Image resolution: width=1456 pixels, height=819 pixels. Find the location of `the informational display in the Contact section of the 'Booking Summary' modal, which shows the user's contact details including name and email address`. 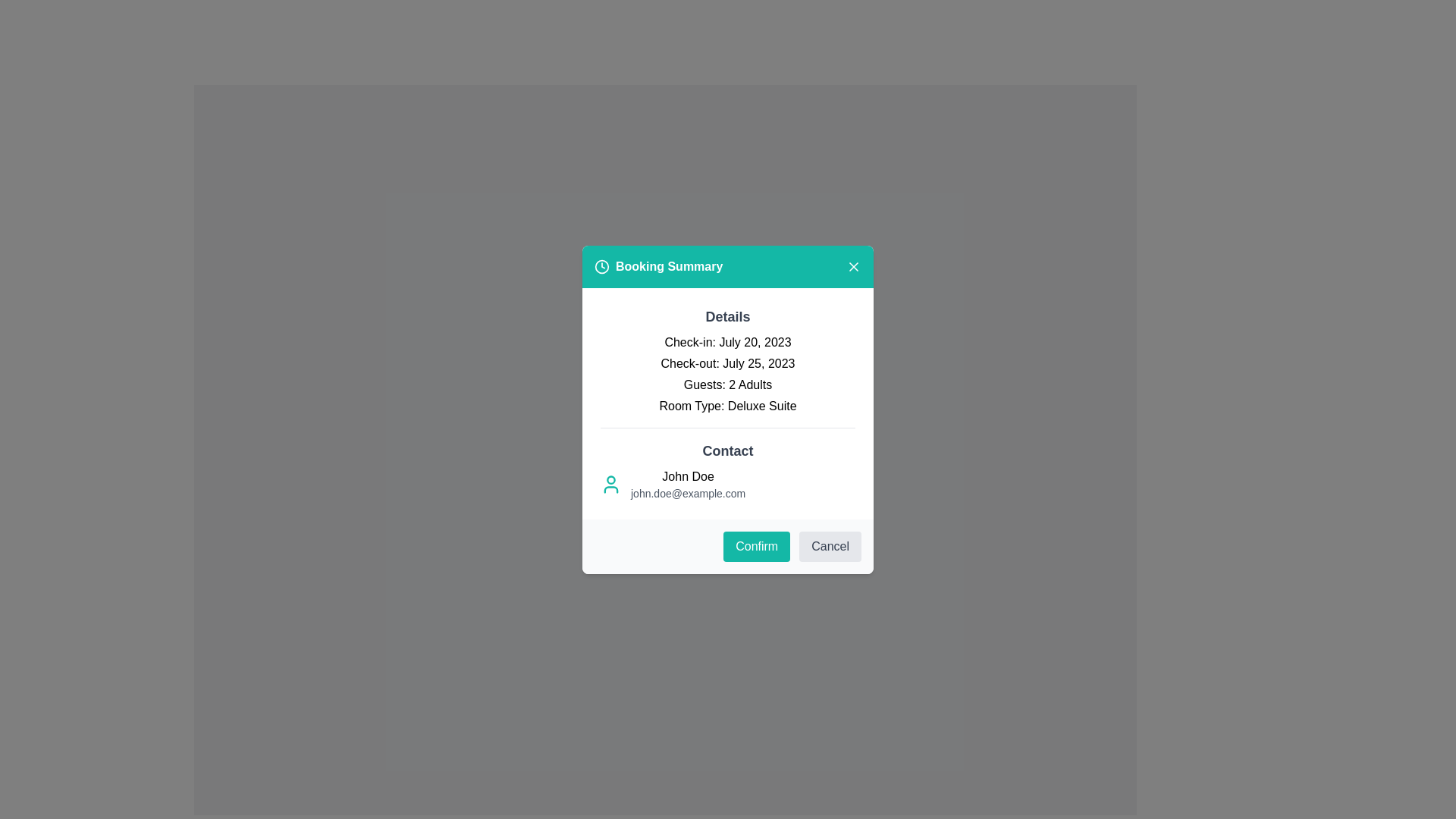

the informational display in the Contact section of the 'Booking Summary' modal, which shows the user's contact details including name and email address is located at coordinates (728, 484).